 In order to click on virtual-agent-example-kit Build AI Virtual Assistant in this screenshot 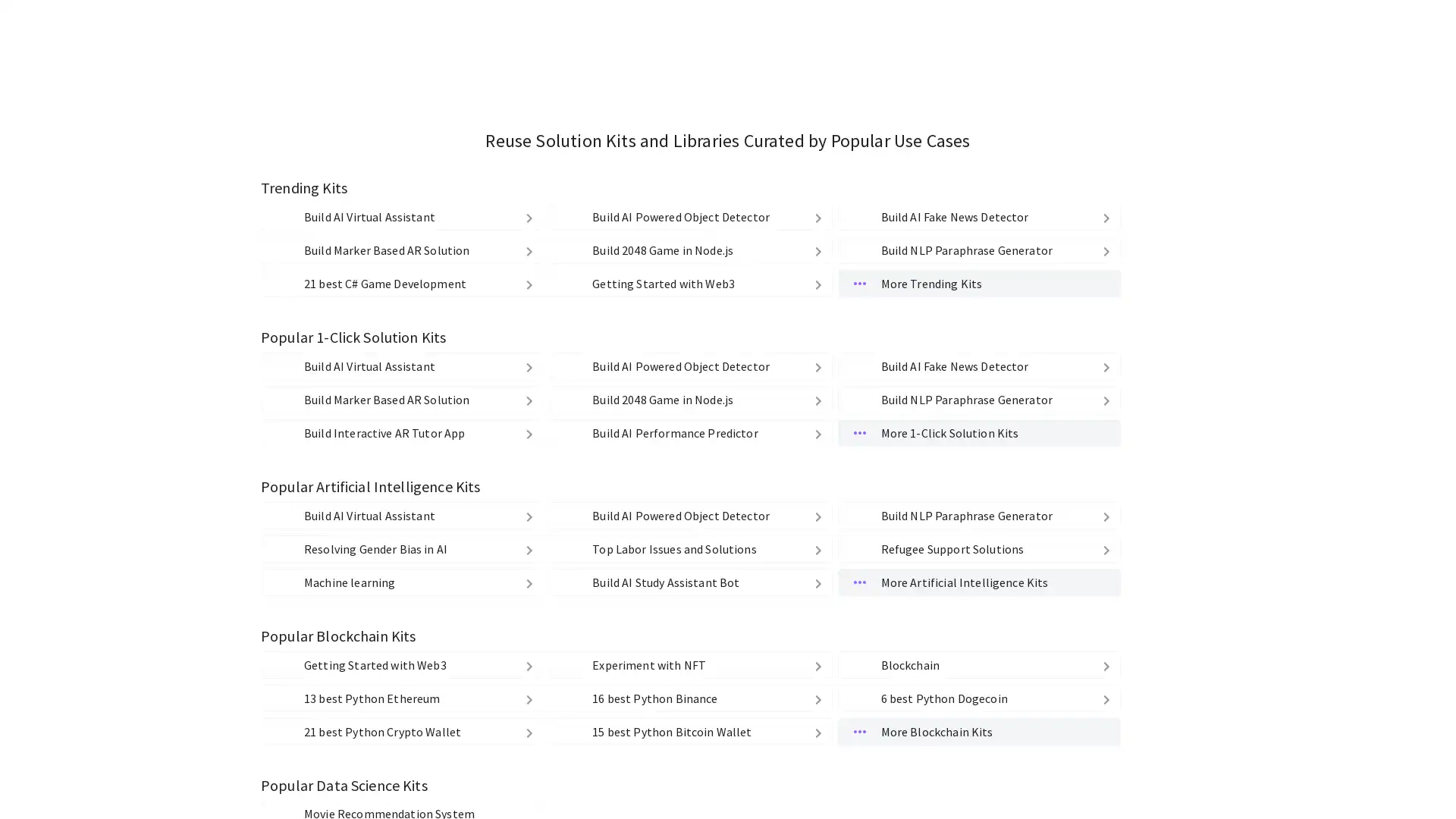, I will do `click(402, 596)`.